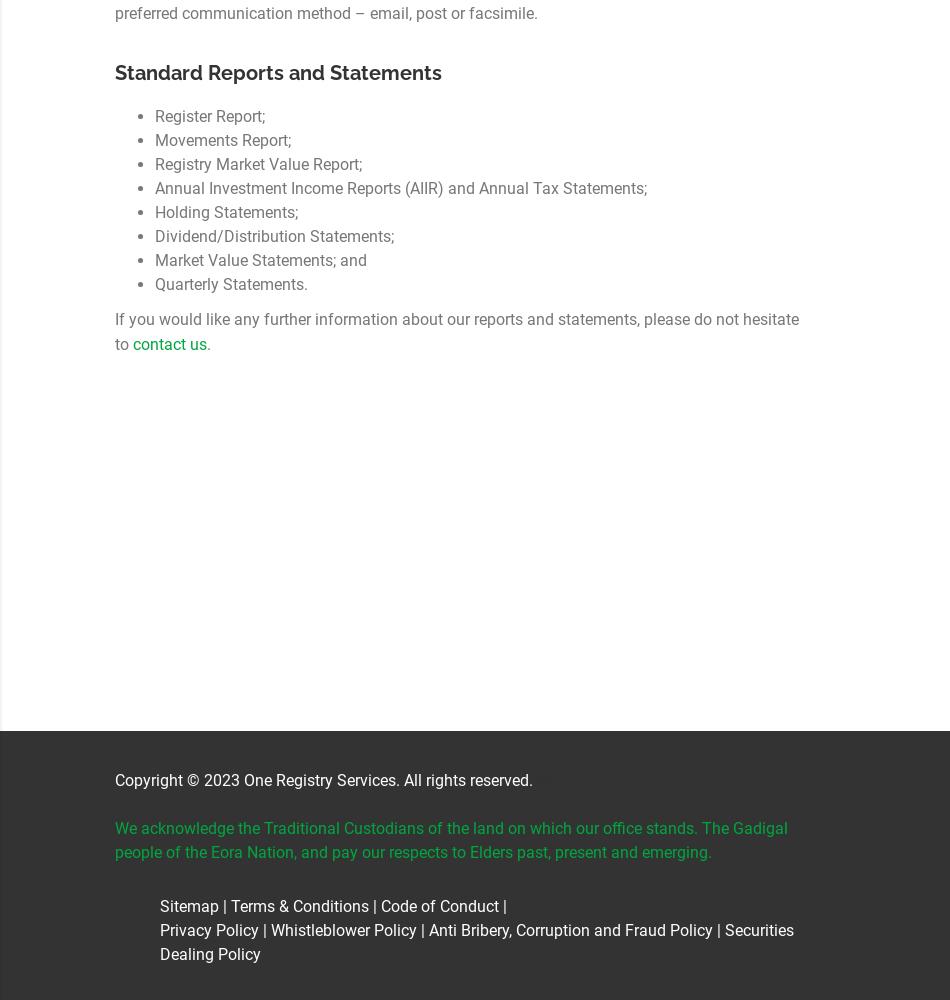  Describe the element at coordinates (155, 211) in the screenshot. I see `'Holding Statements;'` at that location.